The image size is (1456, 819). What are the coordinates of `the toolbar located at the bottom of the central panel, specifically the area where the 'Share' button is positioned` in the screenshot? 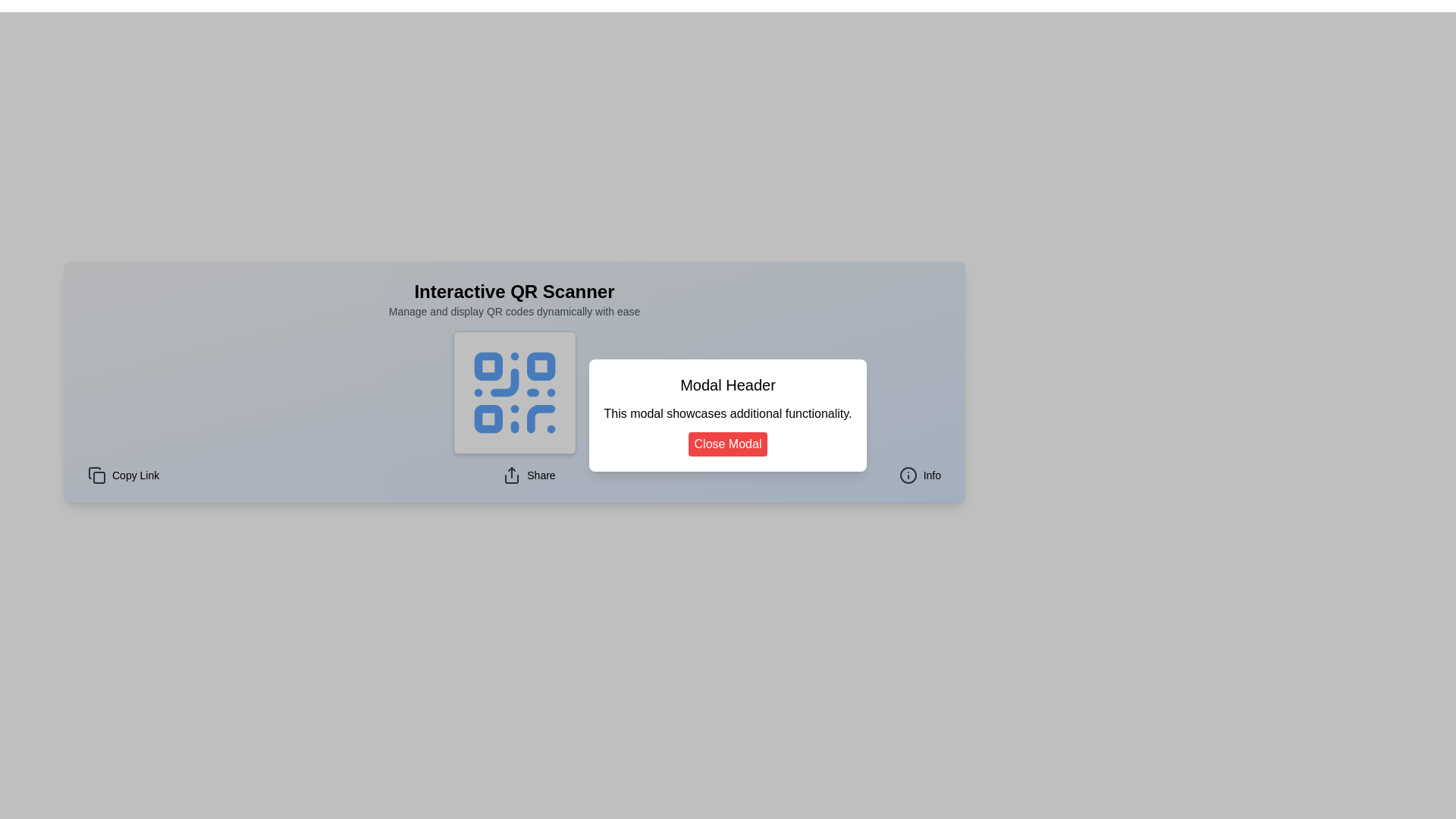 It's located at (514, 475).